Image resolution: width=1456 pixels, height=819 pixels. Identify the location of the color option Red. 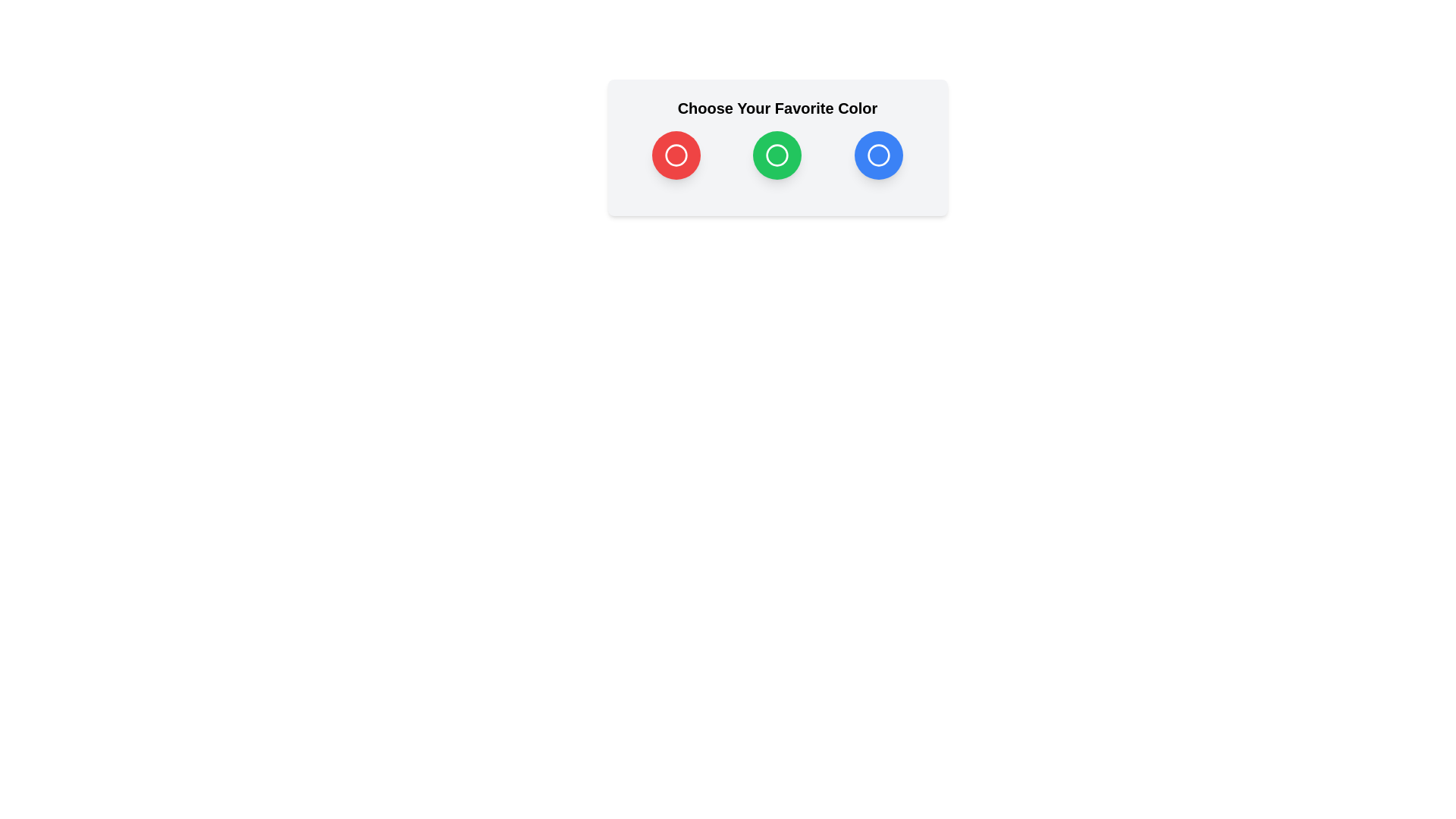
(676, 155).